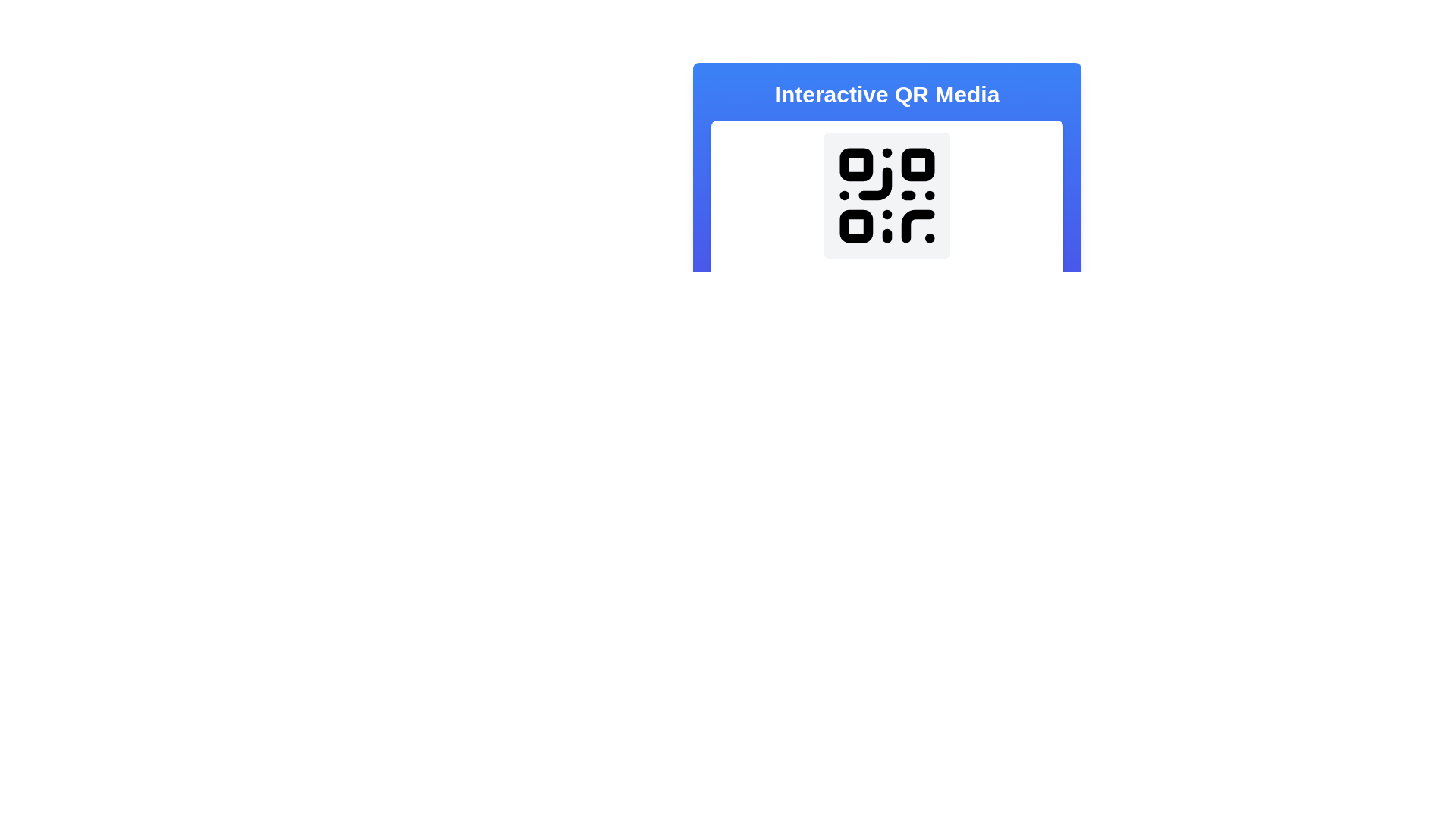  Describe the element at coordinates (887, 231) in the screenshot. I see `the QR code displayed centrally below the header 'Interactive QR Media' by scanning it using a device` at that location.